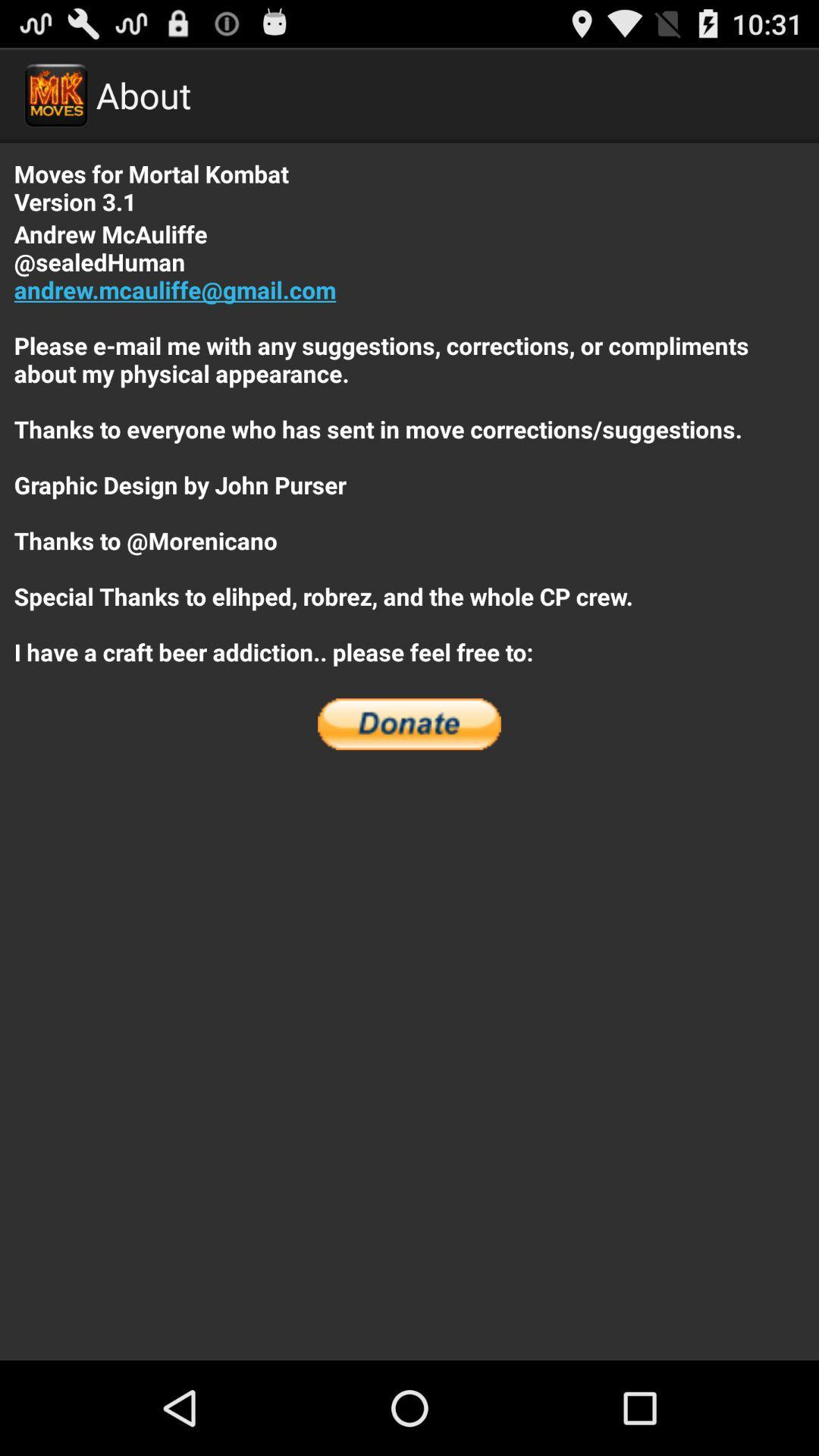  What do you see at coordinates (409, 723) in the screenshot?
I see `shows donate option` at bounding box center [409, 723].